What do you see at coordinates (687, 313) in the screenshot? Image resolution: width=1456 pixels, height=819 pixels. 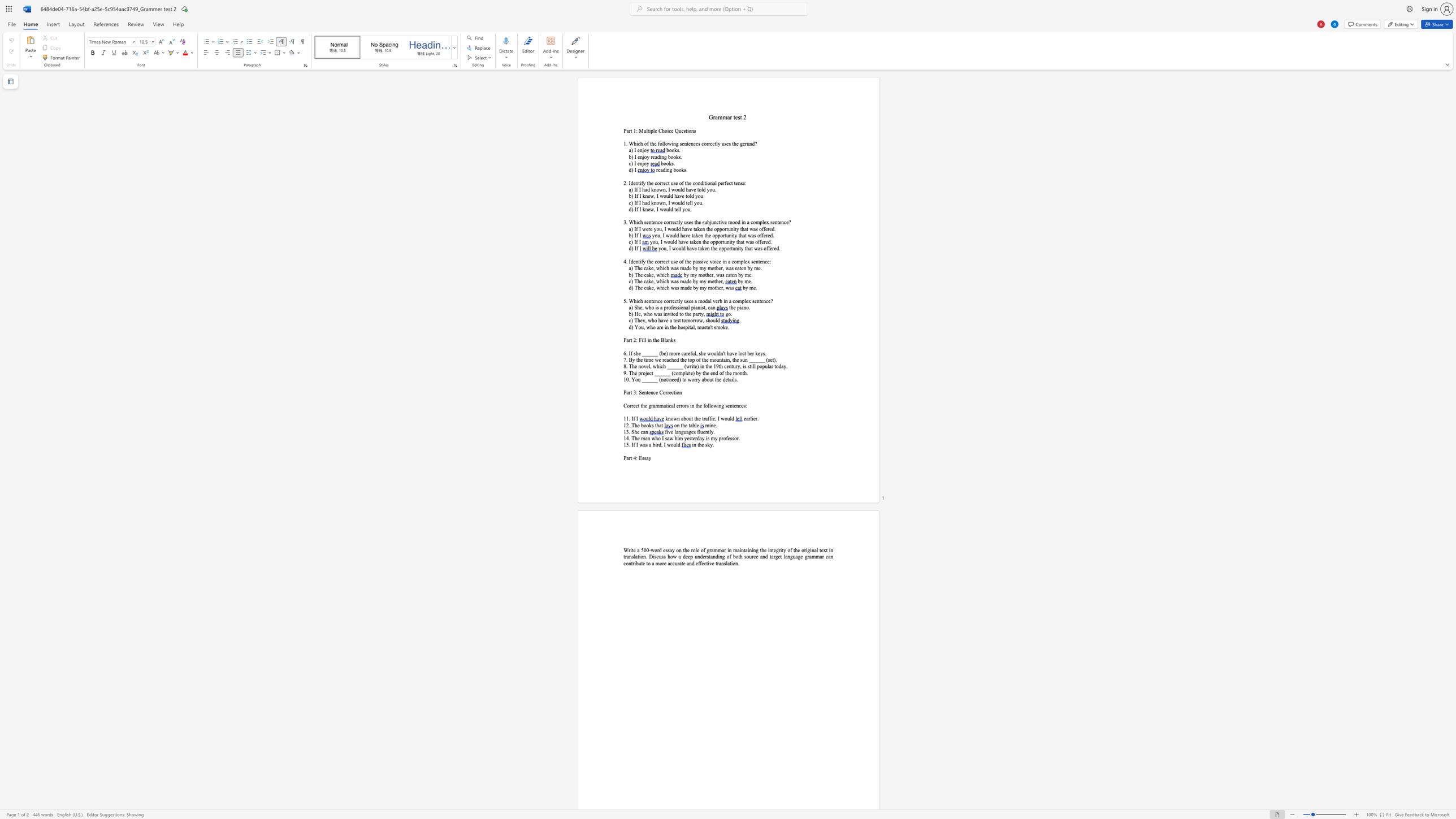 I see `the space between the continuous character "t" and "h" in the text` at bounding box center [687, 313].